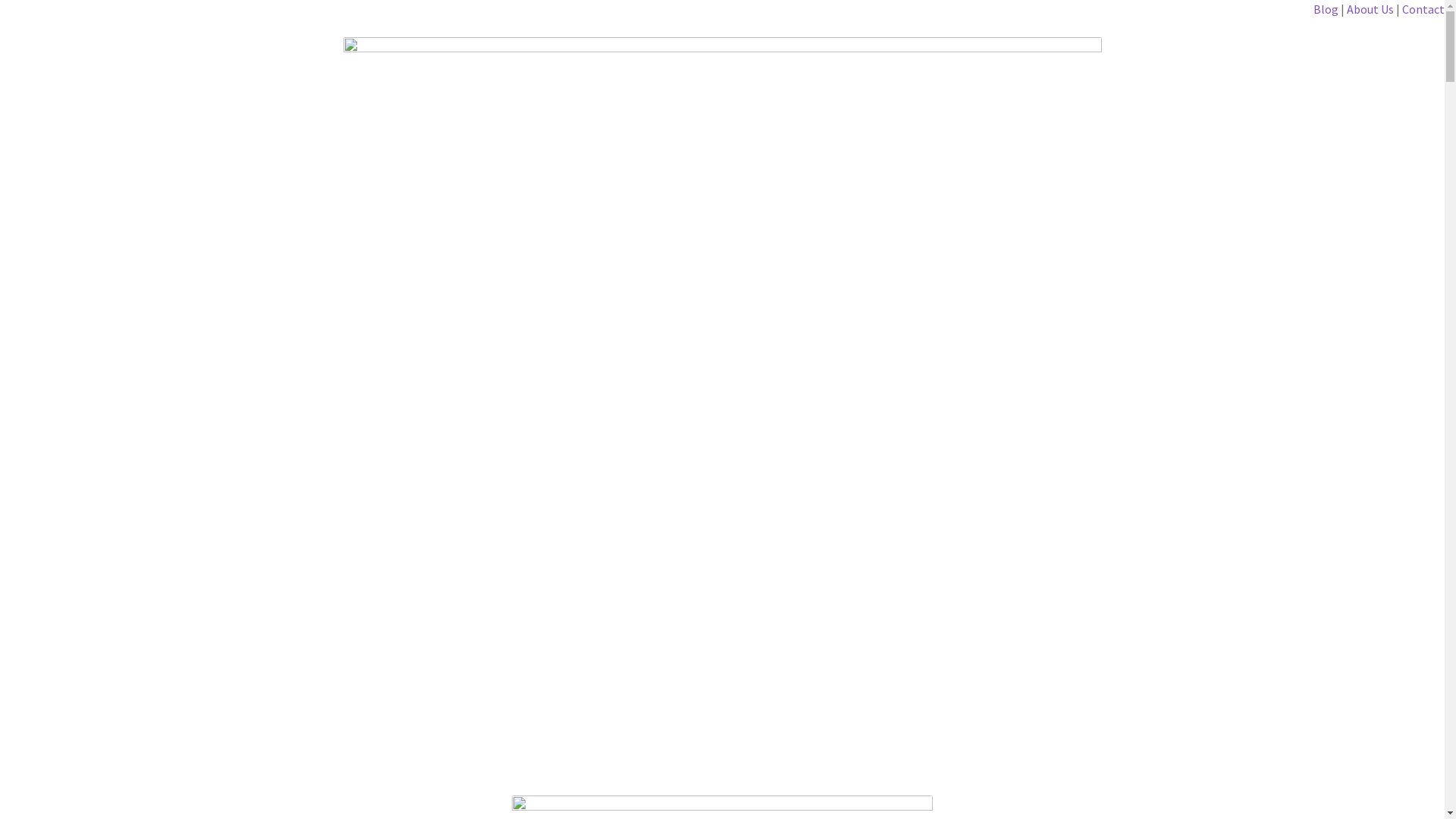 This screenshot has width=1456, height=819. What do you see at coordinates (1326, 8) in the screenshot?
I see `'Blog'` at bounding box center [1326, 8].